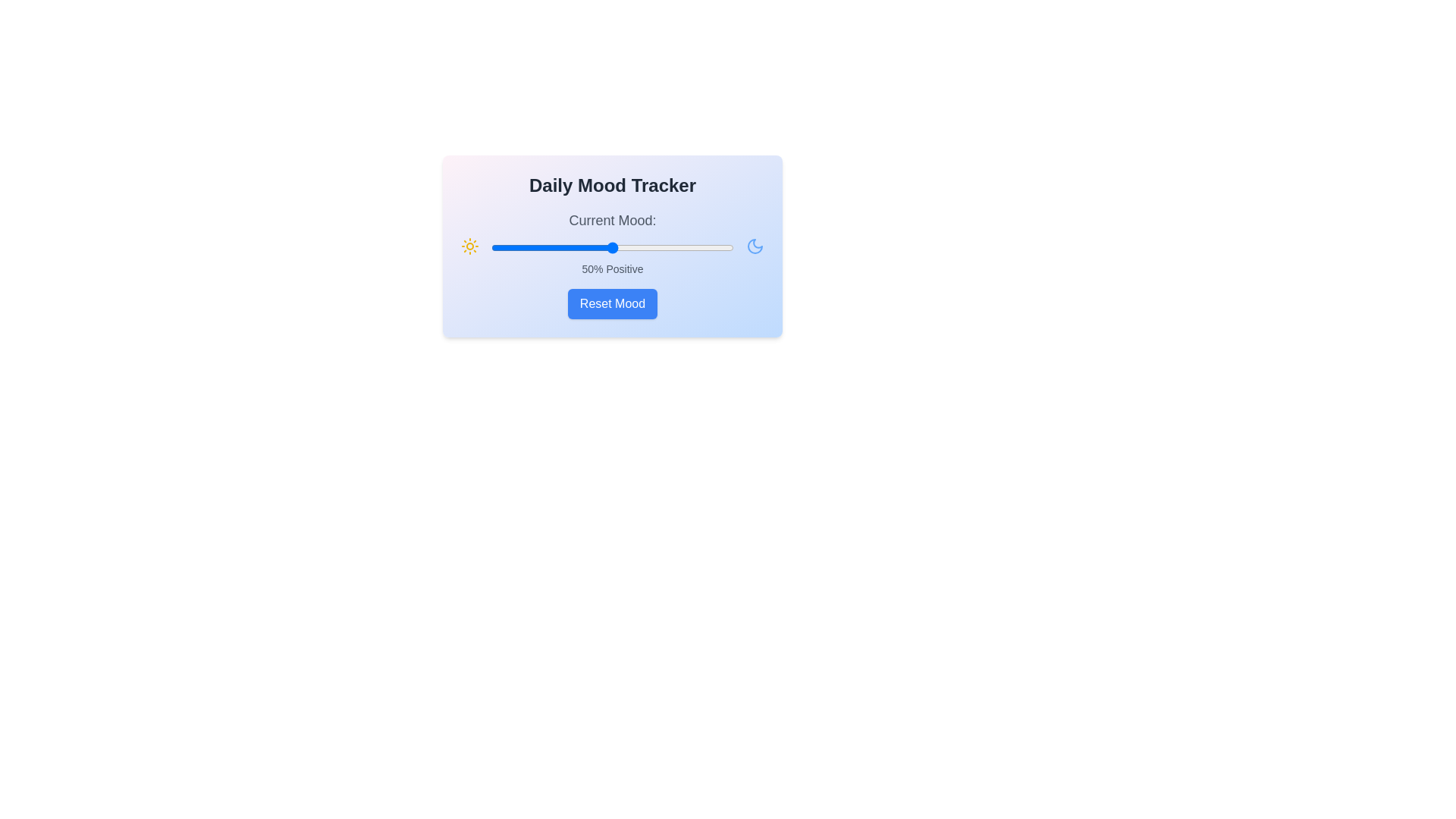 The height and width of the screenshot is (819, 1456). What do you see at coordinates (612, 245) in the screenshot?
I see `the 'Reset Mood' button located on the mood tracking panel to reset the user's mood status` at bounding box center [612, 245].